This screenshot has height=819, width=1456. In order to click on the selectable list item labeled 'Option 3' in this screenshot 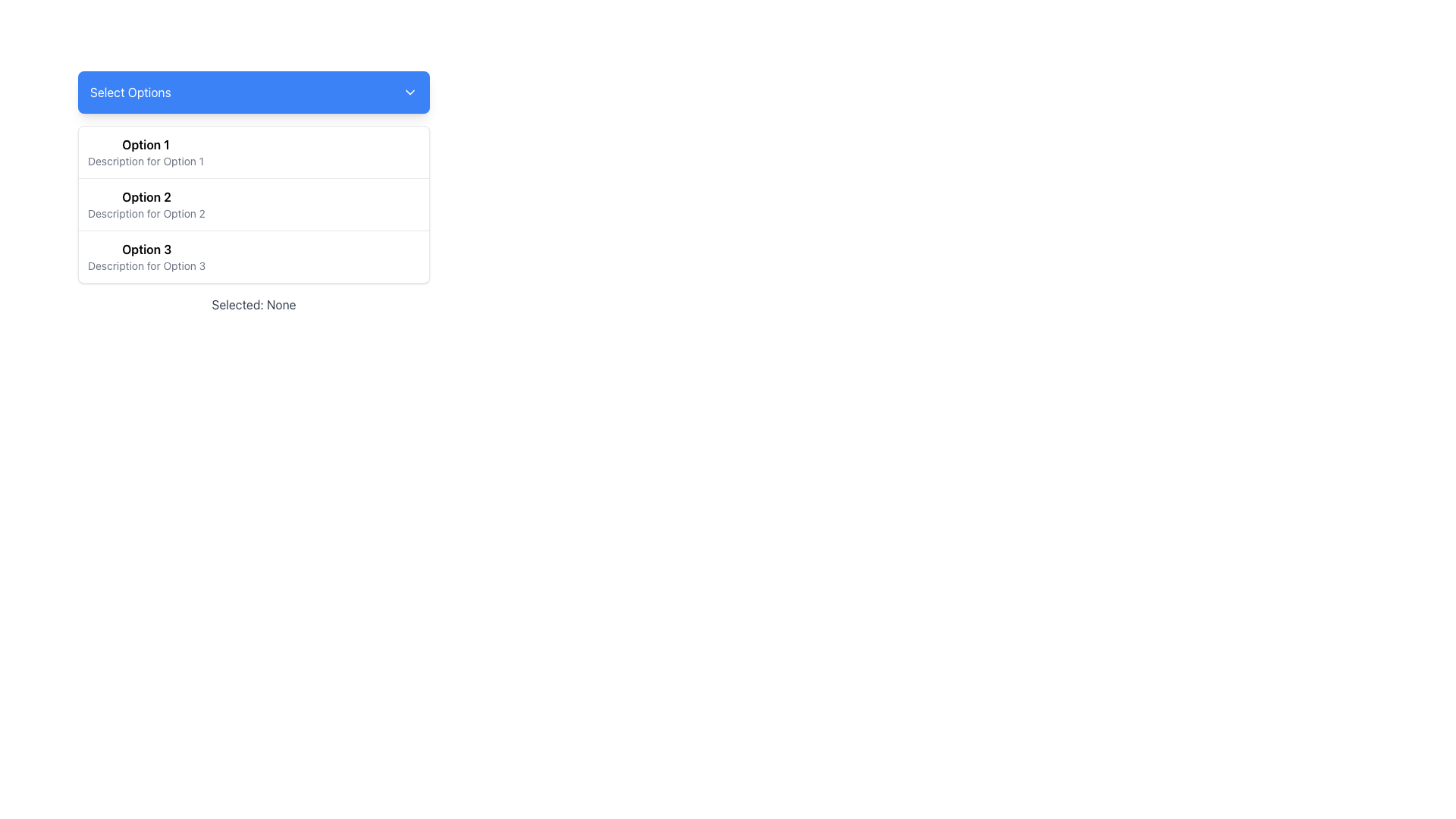, I will do `click(146, 256)`.